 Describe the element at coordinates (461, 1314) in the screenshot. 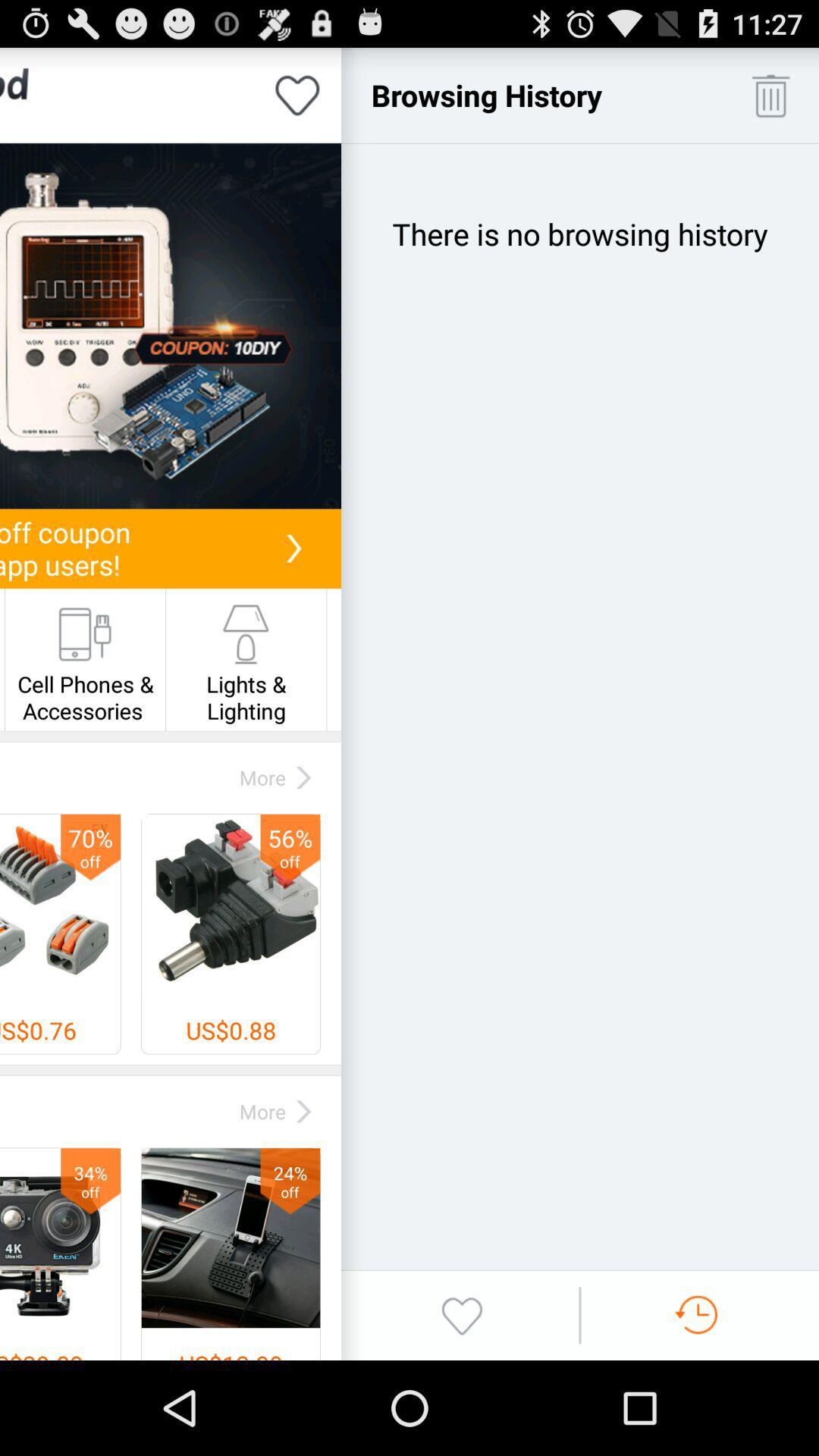

I see `favorites` at that location.